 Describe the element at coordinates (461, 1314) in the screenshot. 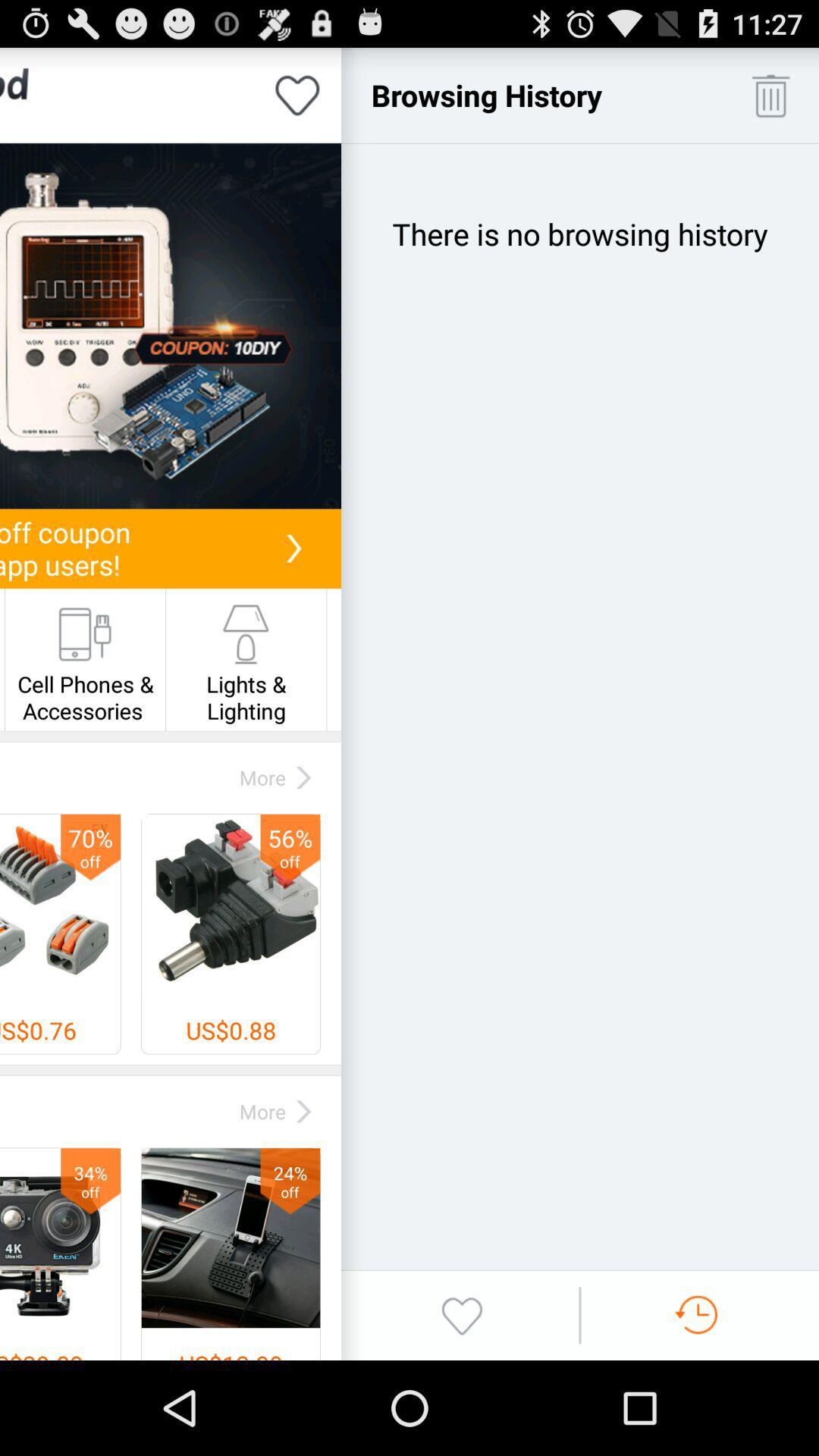

I see `favorites` at that location.